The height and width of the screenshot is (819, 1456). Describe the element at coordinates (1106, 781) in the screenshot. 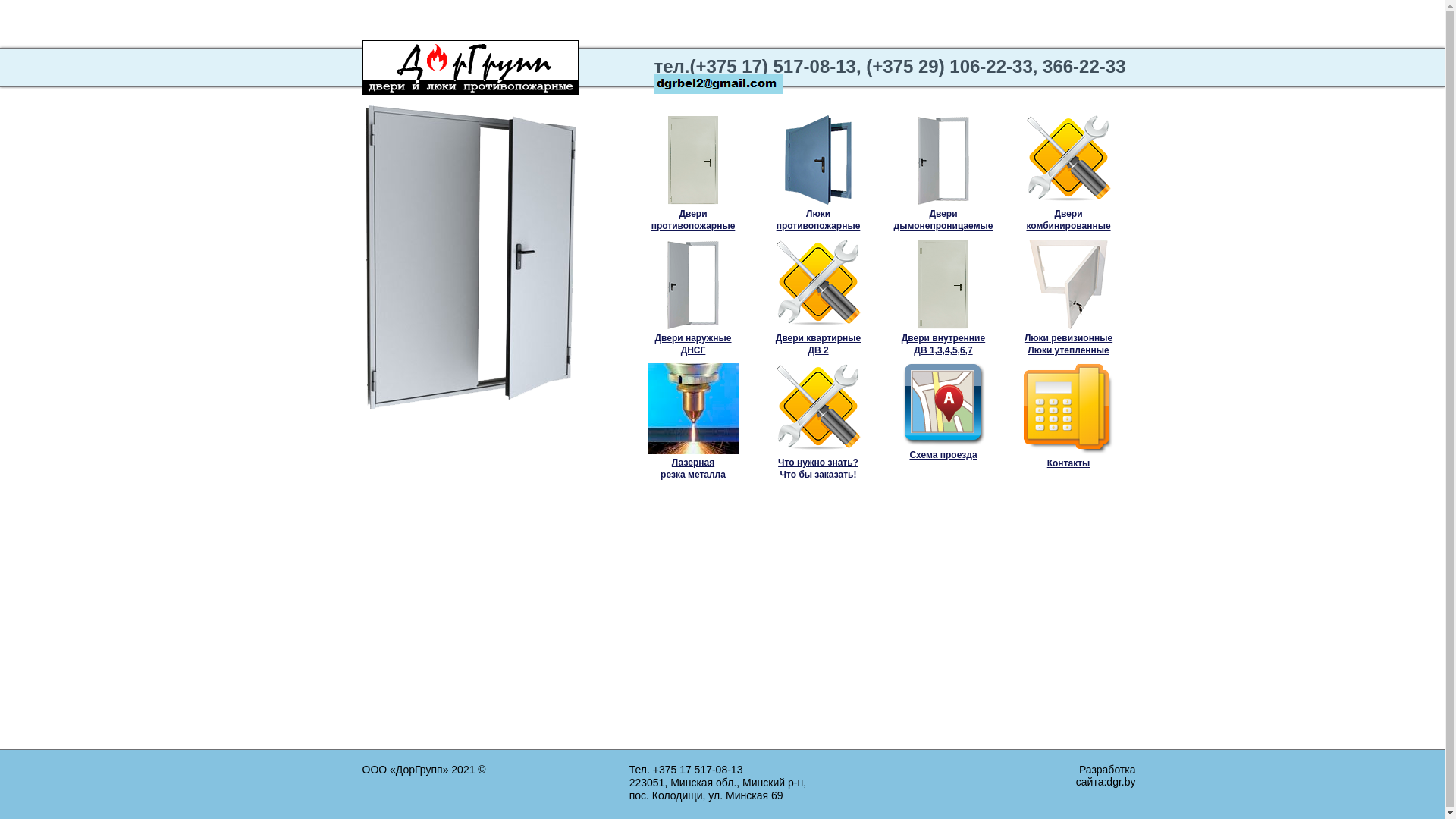

I see `'dgr.by'` at that location.